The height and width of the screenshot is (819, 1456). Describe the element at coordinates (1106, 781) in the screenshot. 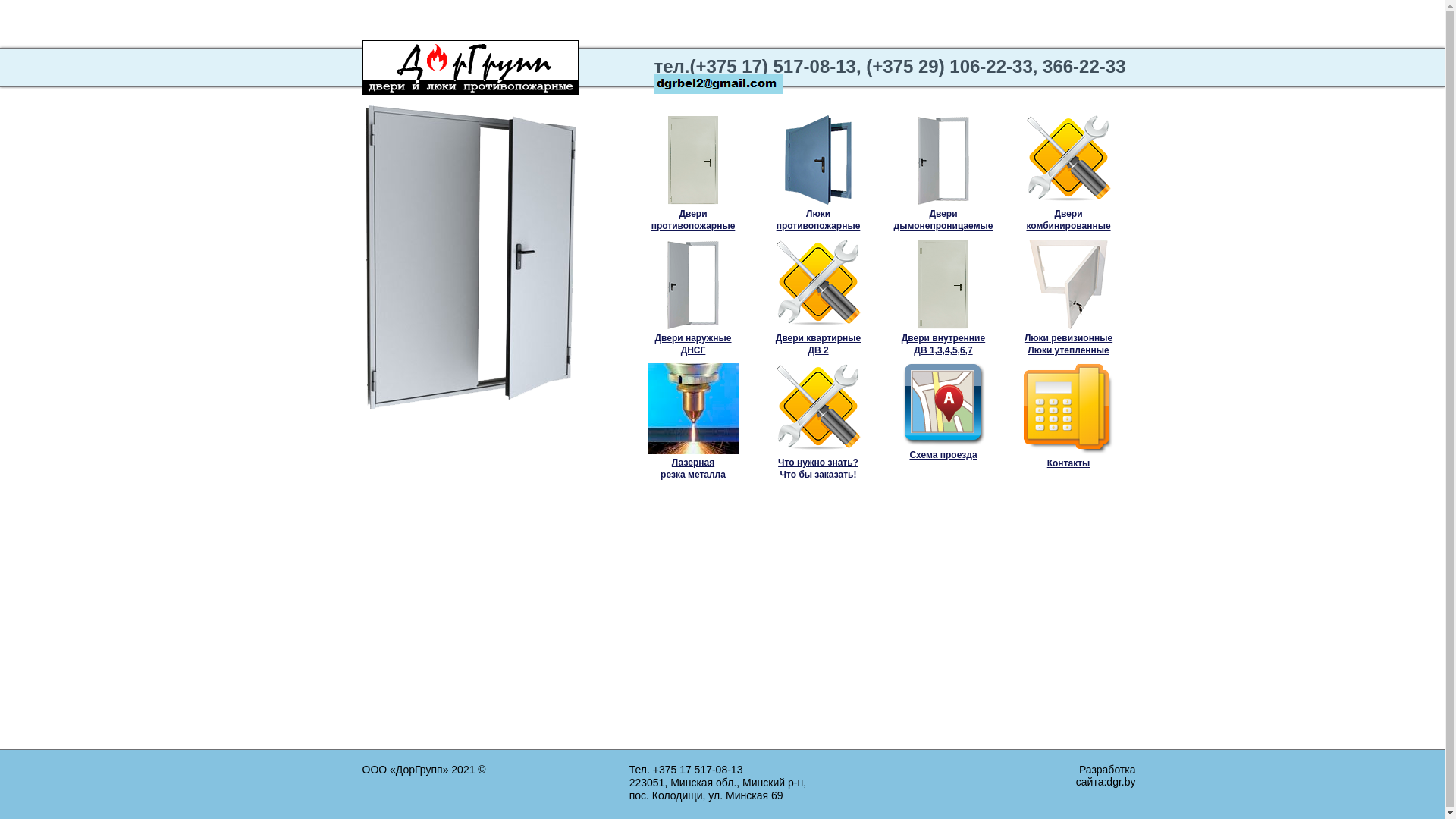

I see `'dgr.by'` at that location.